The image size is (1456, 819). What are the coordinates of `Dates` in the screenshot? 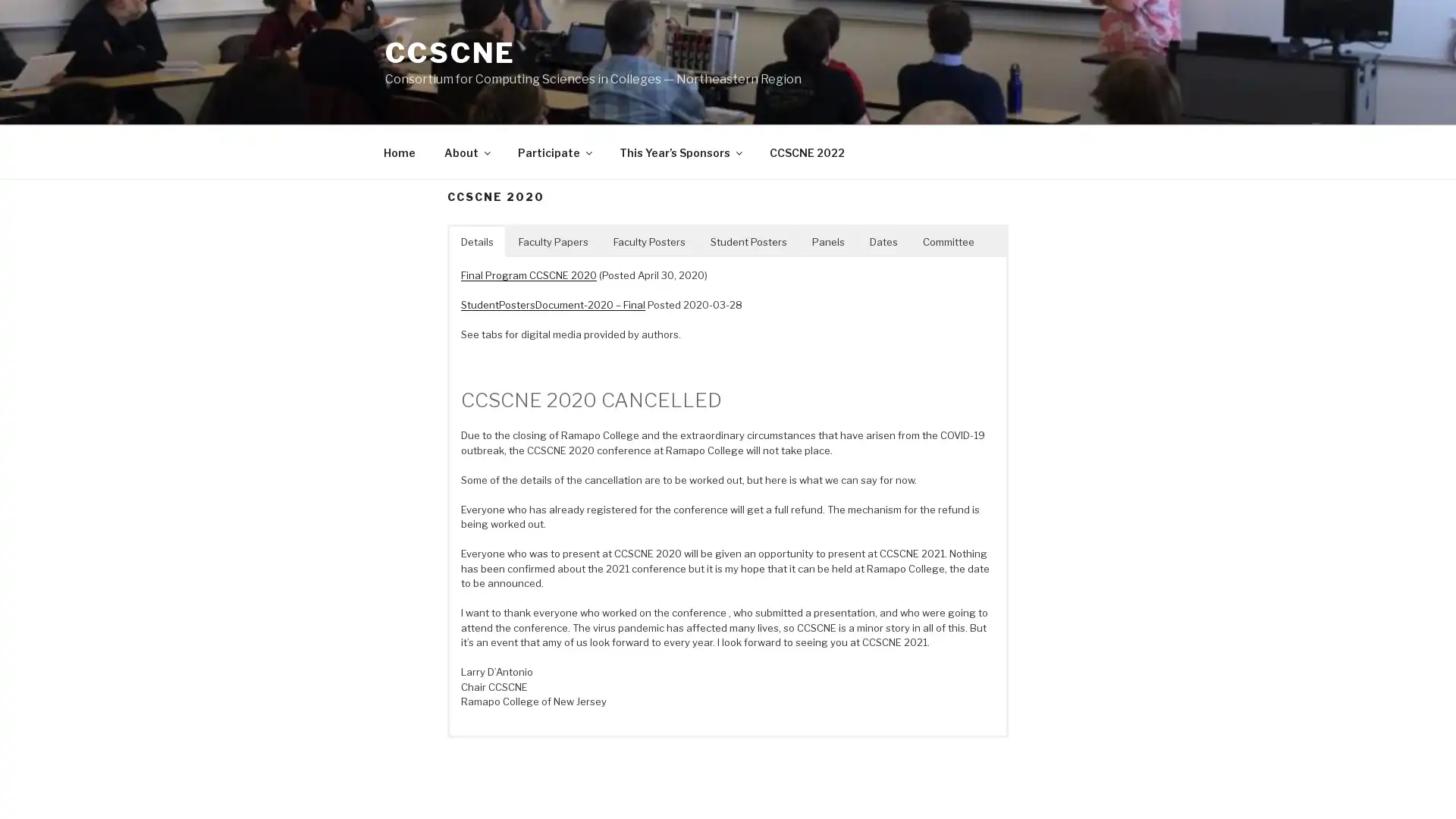 It's located at (883, 240).